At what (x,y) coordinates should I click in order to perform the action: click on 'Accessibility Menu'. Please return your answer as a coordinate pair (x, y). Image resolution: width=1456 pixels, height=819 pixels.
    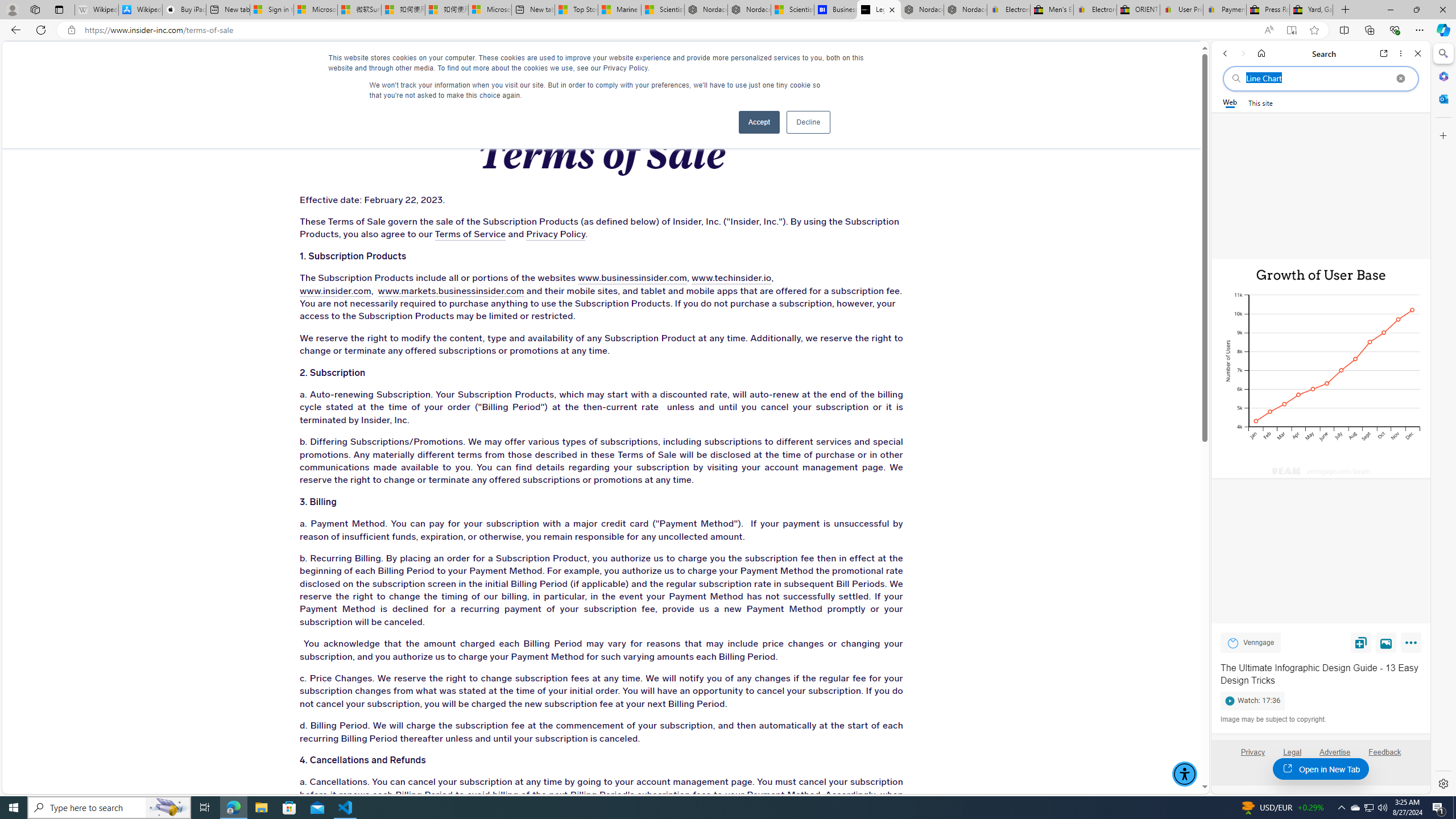
    Looking at the image, I should click on (1184, 773).